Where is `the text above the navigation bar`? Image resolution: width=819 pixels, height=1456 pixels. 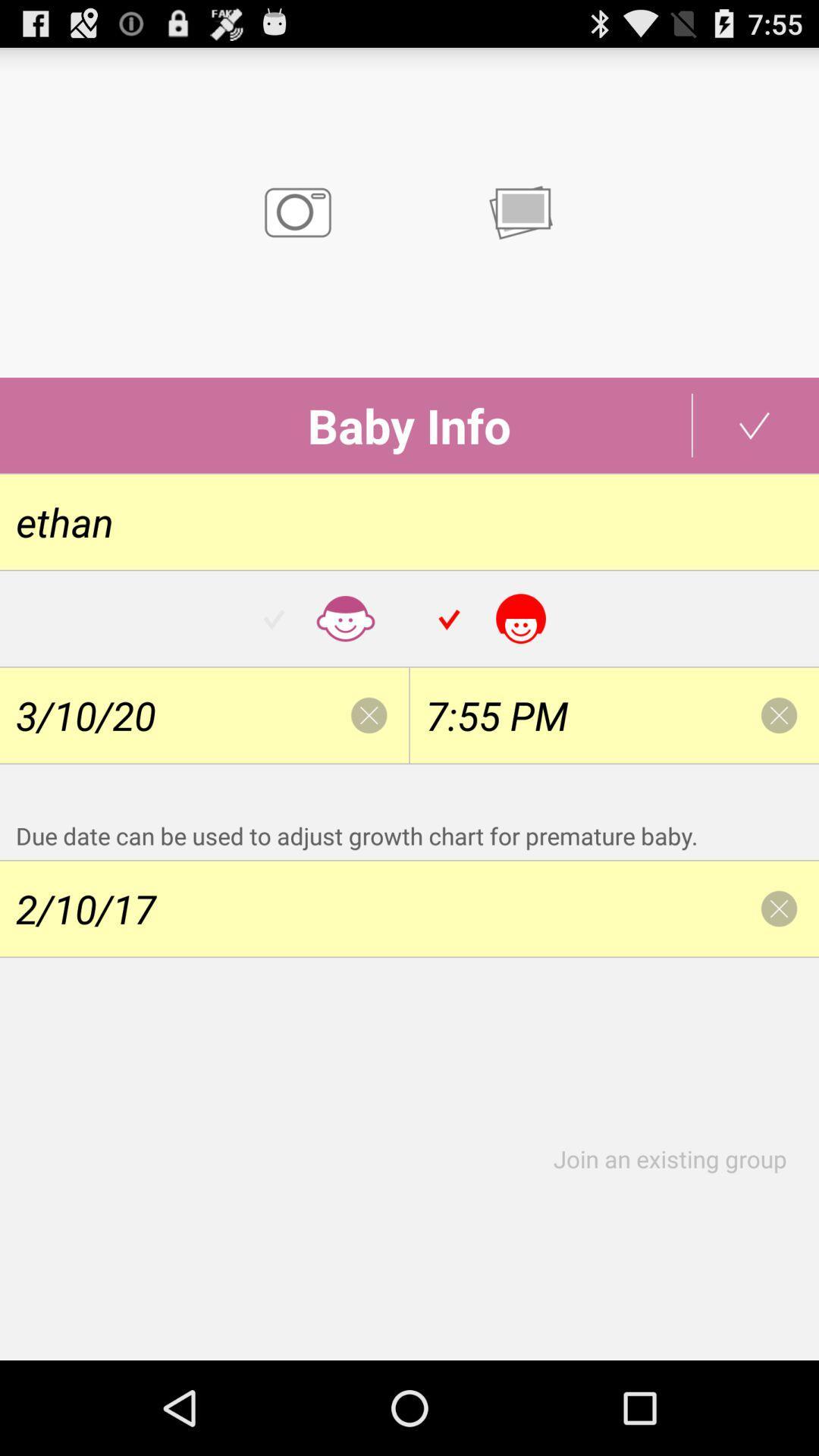
the text above the navigation bar is located at coordinates (677, 1158).